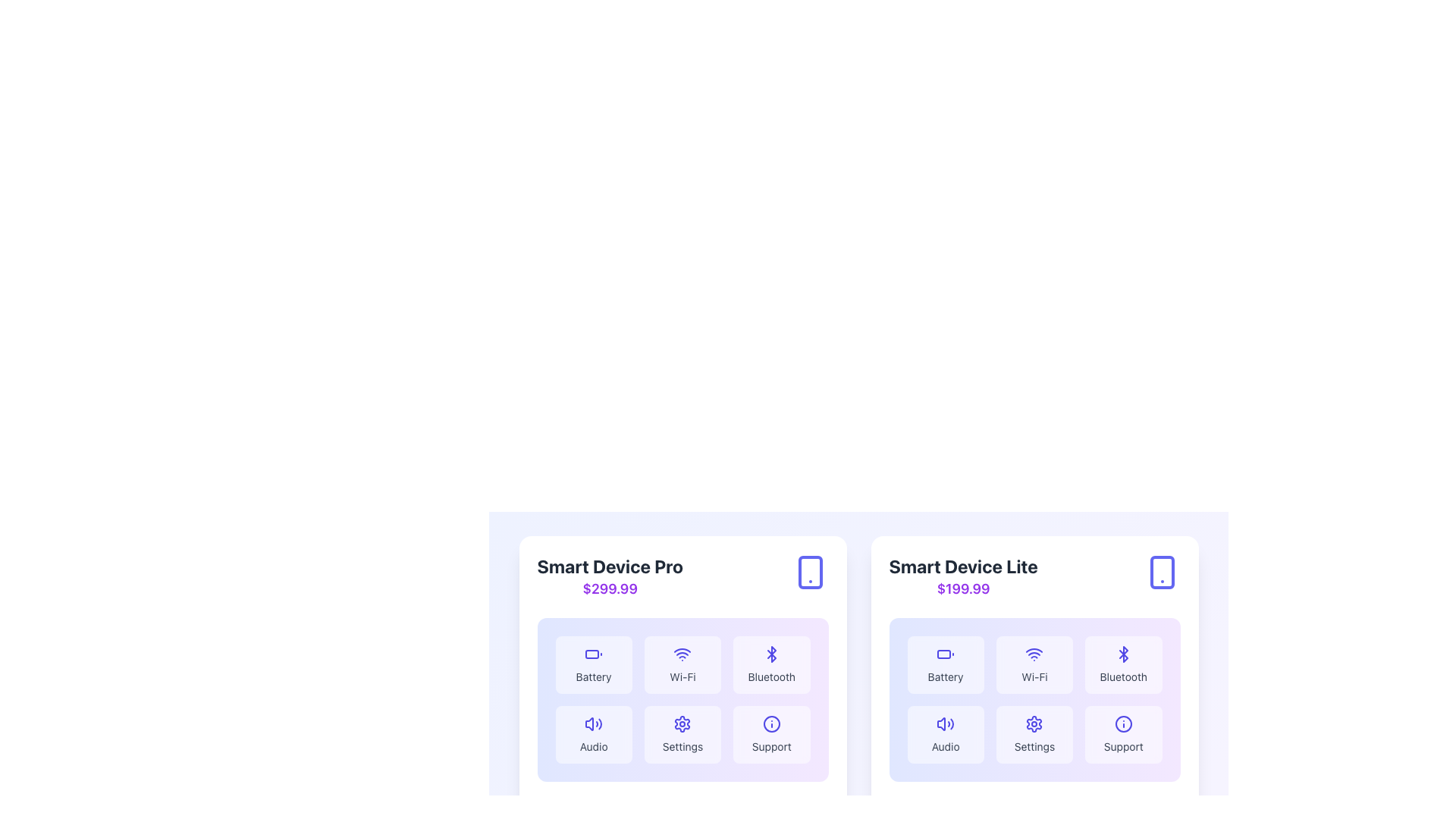 The height and width of the screenshot is (819, 1456). I want to click on the label that describes the Bluetooth button, which is positioned below the Bluetooth icon in the 'Smart Device Lite' section of the UI, so click(1123, 676).